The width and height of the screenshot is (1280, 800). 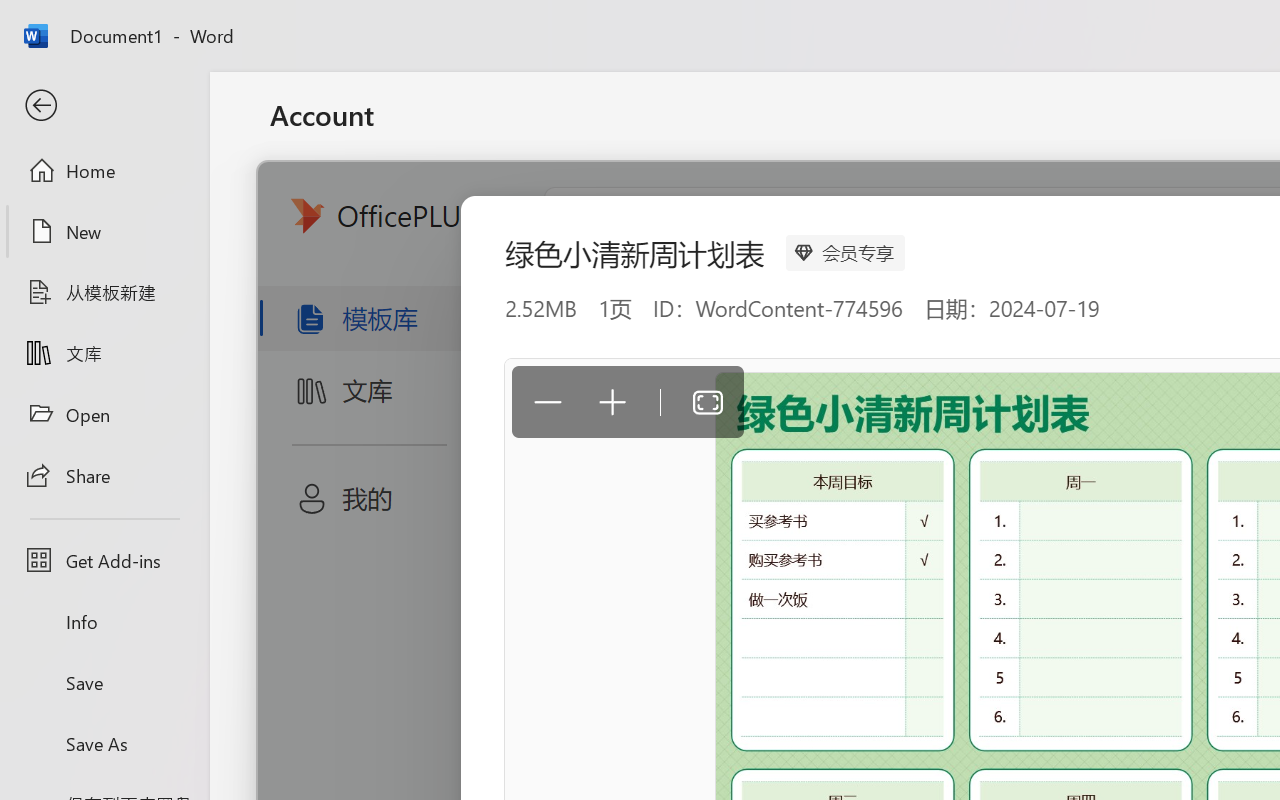 What do you see at coordinates (103, 231) in the screenshot?
I see `'New'` at bounding box center [103, 231].